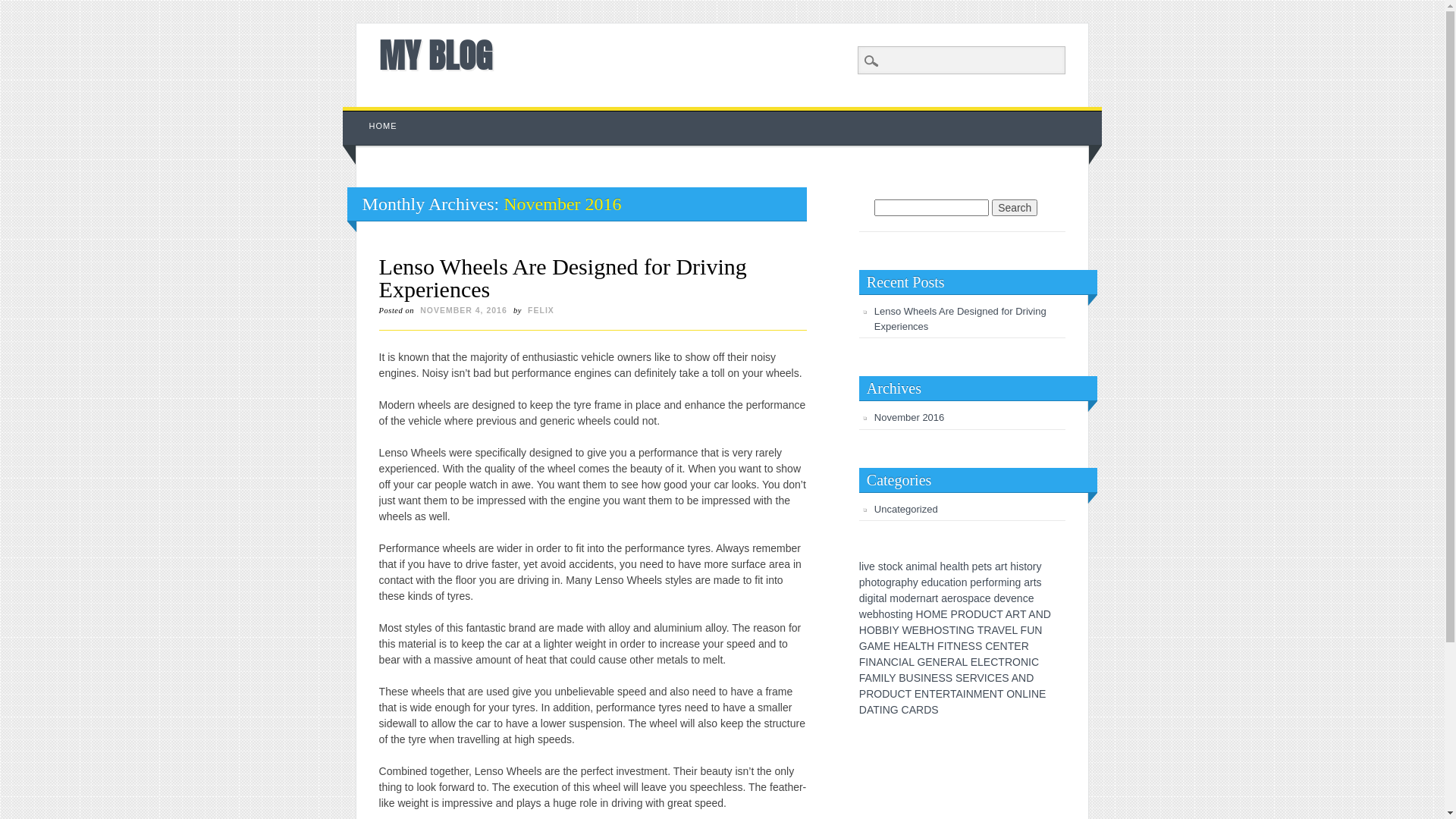 The height and width of the screenshot is (819, 1456). I want to click on 'T', so click(1001, 661).